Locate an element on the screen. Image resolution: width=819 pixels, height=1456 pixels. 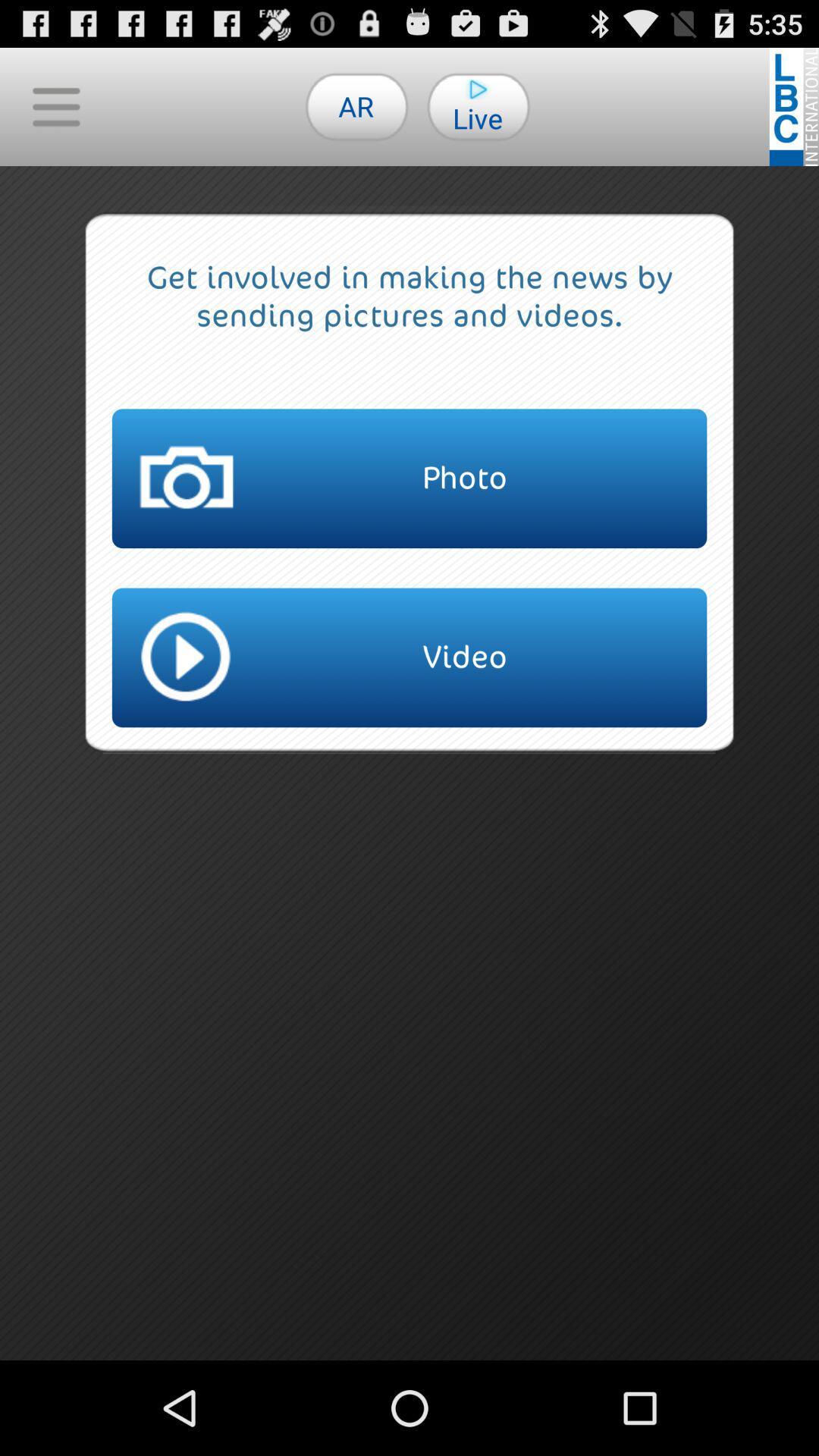
the button next to the ar button is located at coordinates (55, 105).